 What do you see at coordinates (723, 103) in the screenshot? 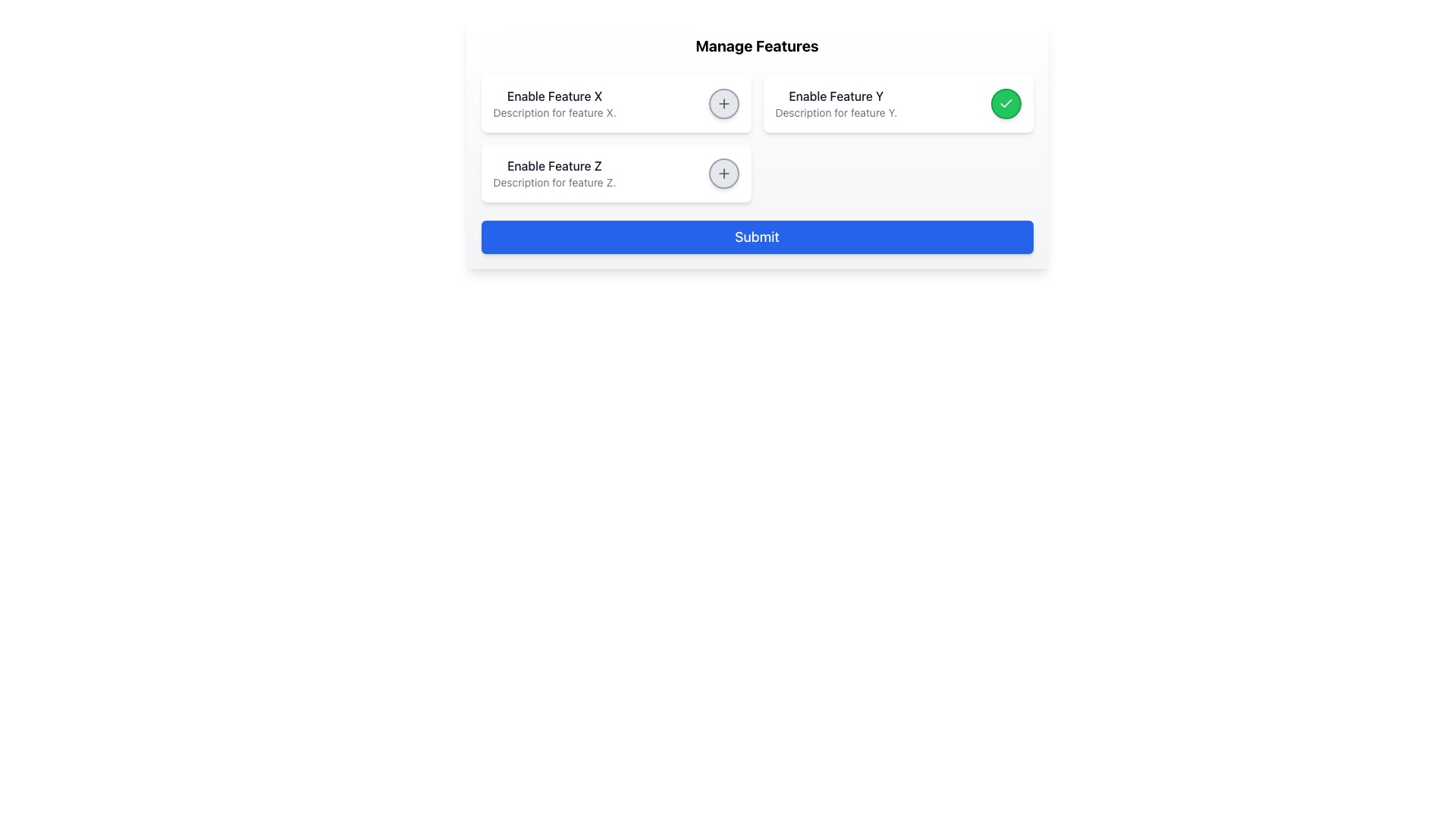
I see `the plus sign icon within the gray circular button located below the 'Enable Feature Z' text and above the Submit button` at bounding box center [723, 103].